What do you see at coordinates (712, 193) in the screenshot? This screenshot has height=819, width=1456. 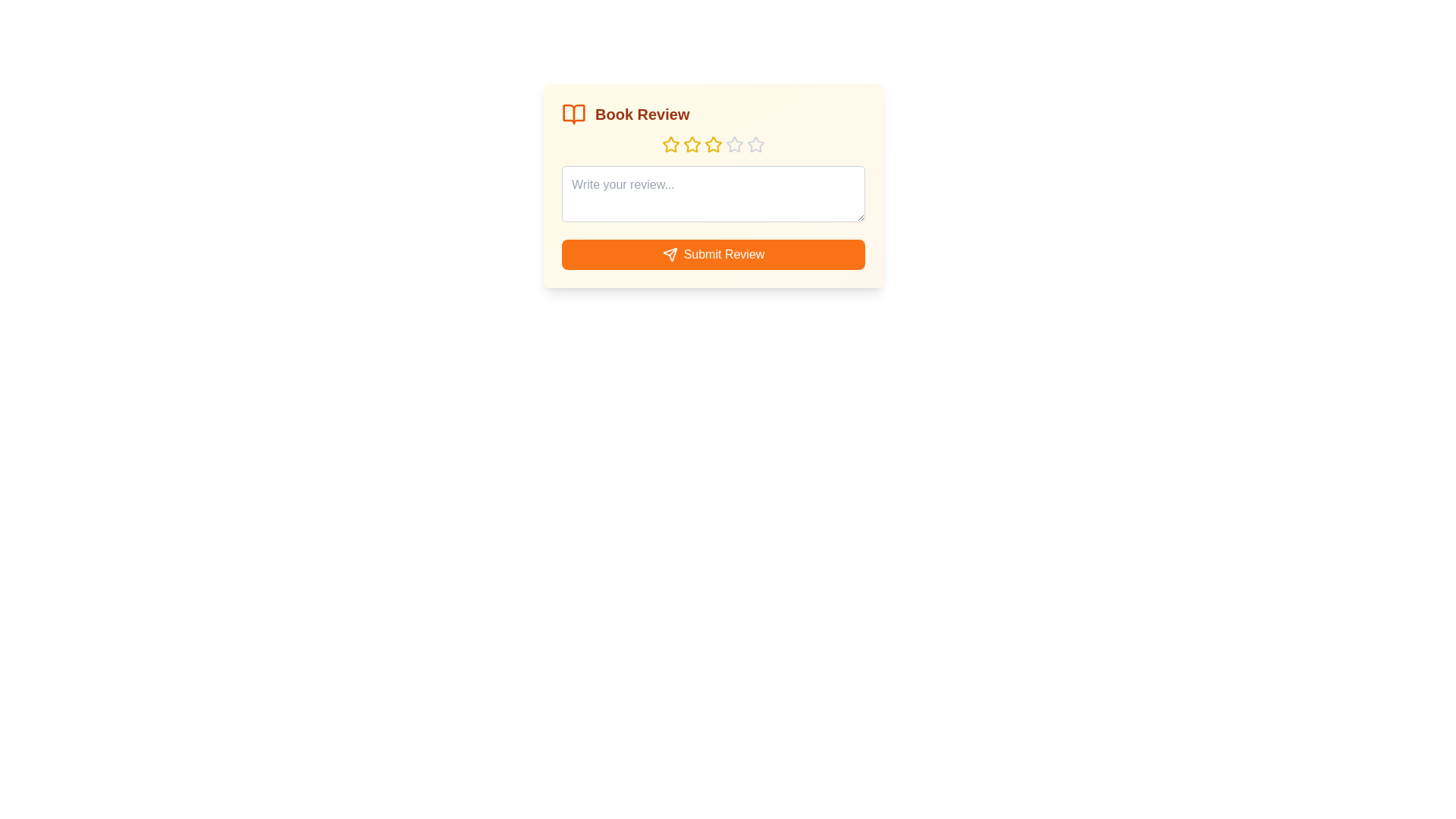 I see `the text area and type the specified review text` at bounding box center [712, 193].